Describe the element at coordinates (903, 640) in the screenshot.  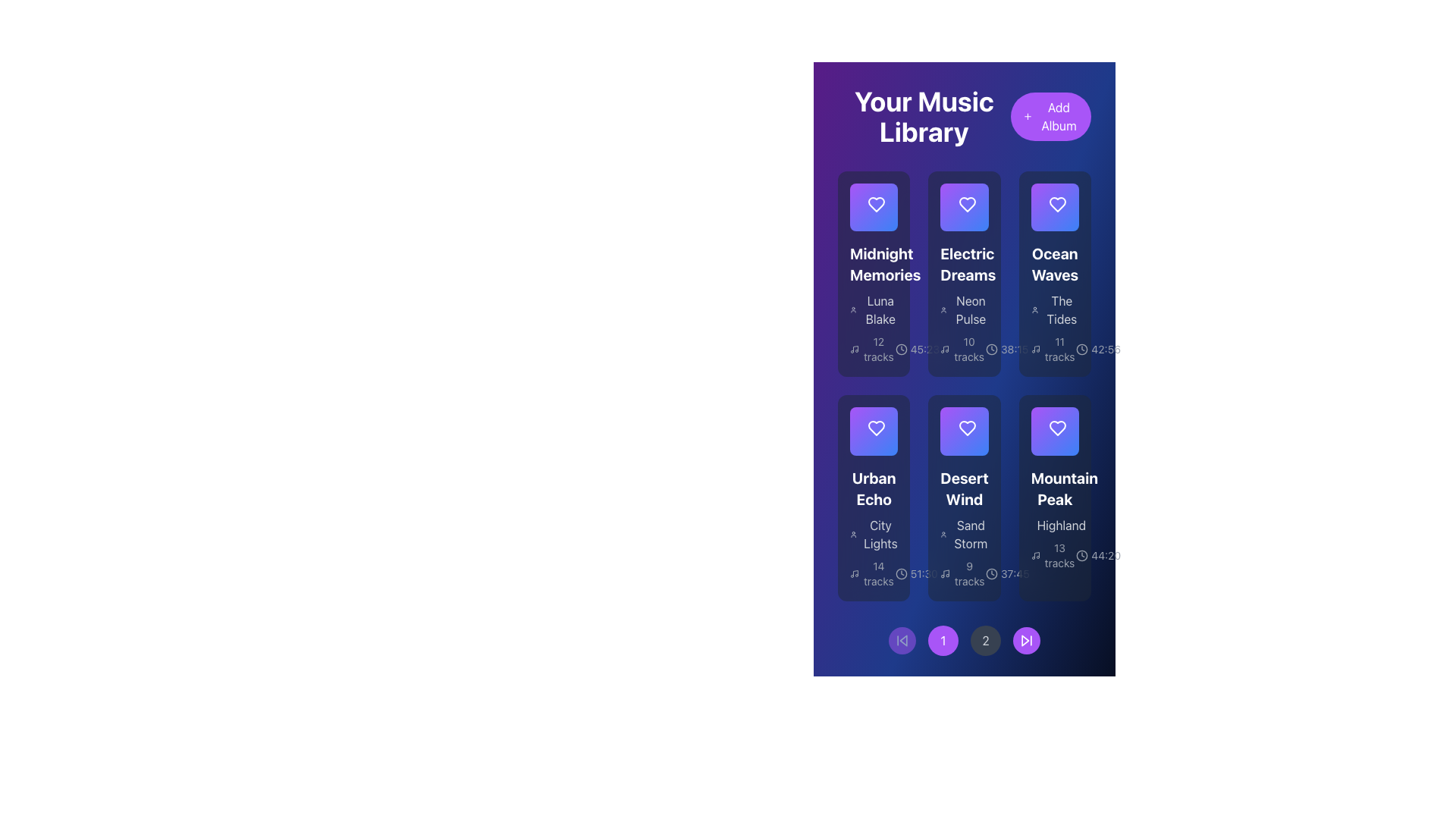
I see `the triangular icon located within the circular button at the bottom-left corner of the page` at that location.